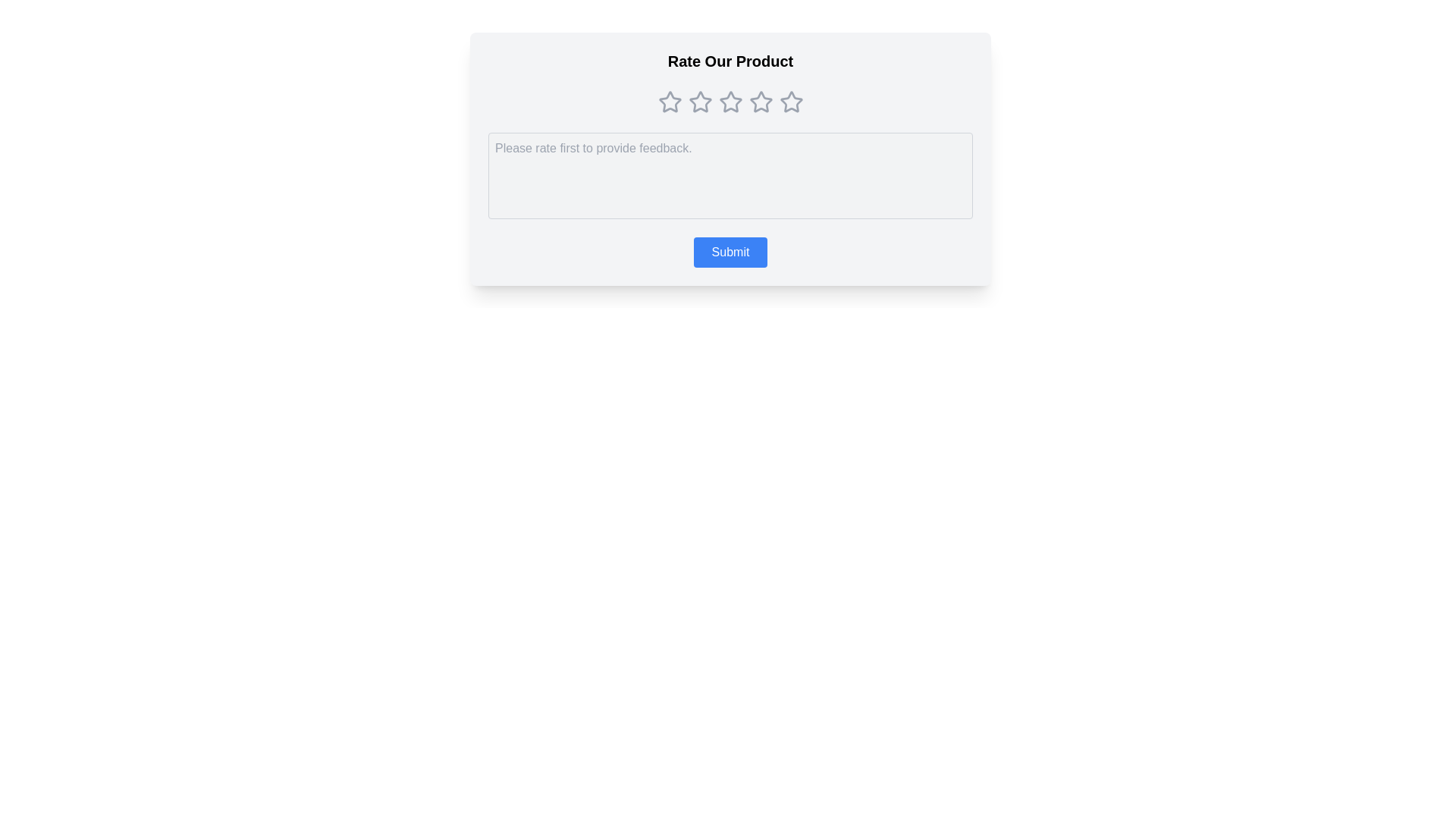 The width and height of the screenshot is (1456, 819). Describe the element at coordinates (730, 102) in the screenshot. I see `the third star in a horizontal row of five stars` at that location.